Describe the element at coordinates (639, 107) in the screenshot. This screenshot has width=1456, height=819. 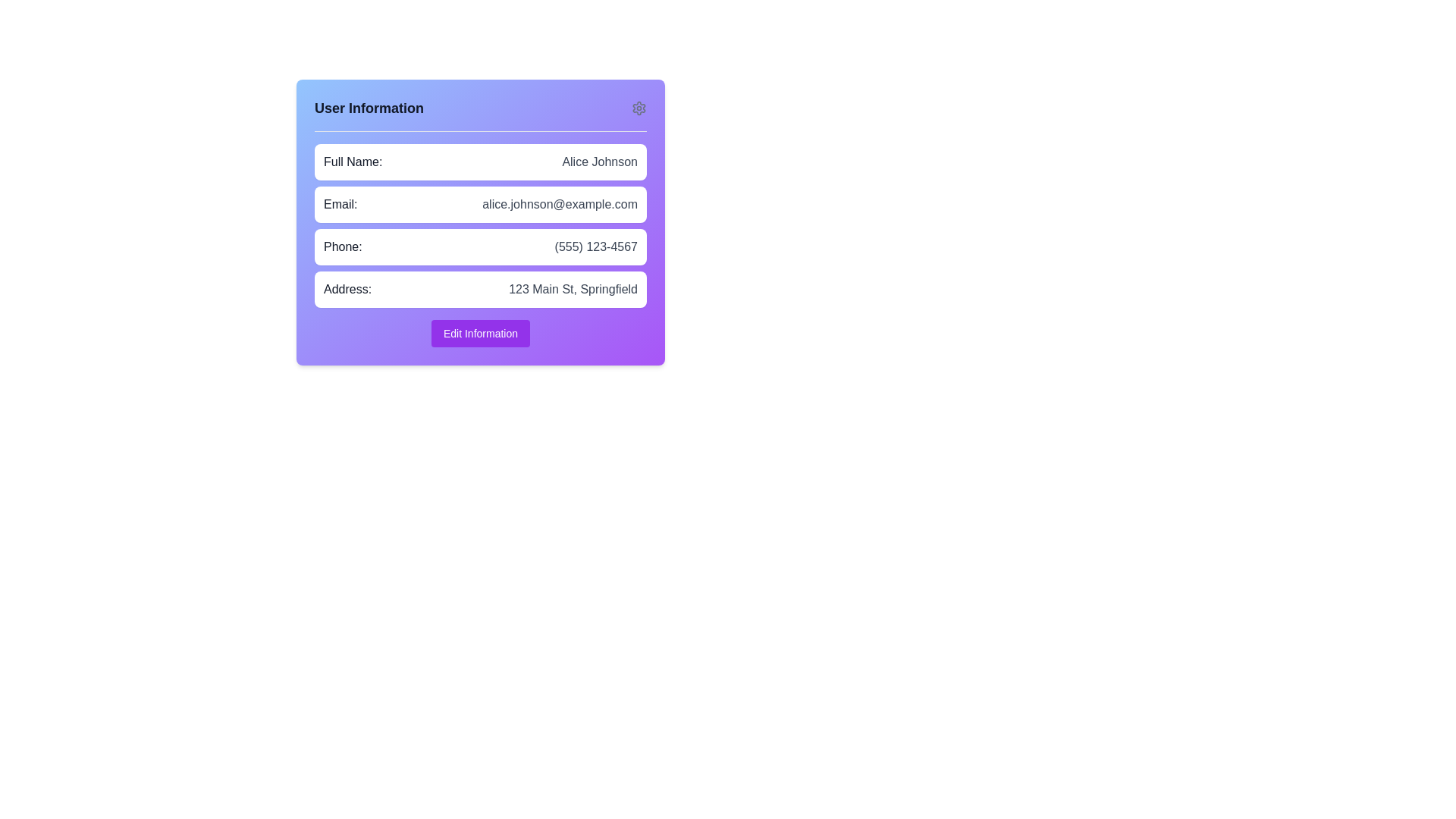
I see `the settings icon located` at that location.